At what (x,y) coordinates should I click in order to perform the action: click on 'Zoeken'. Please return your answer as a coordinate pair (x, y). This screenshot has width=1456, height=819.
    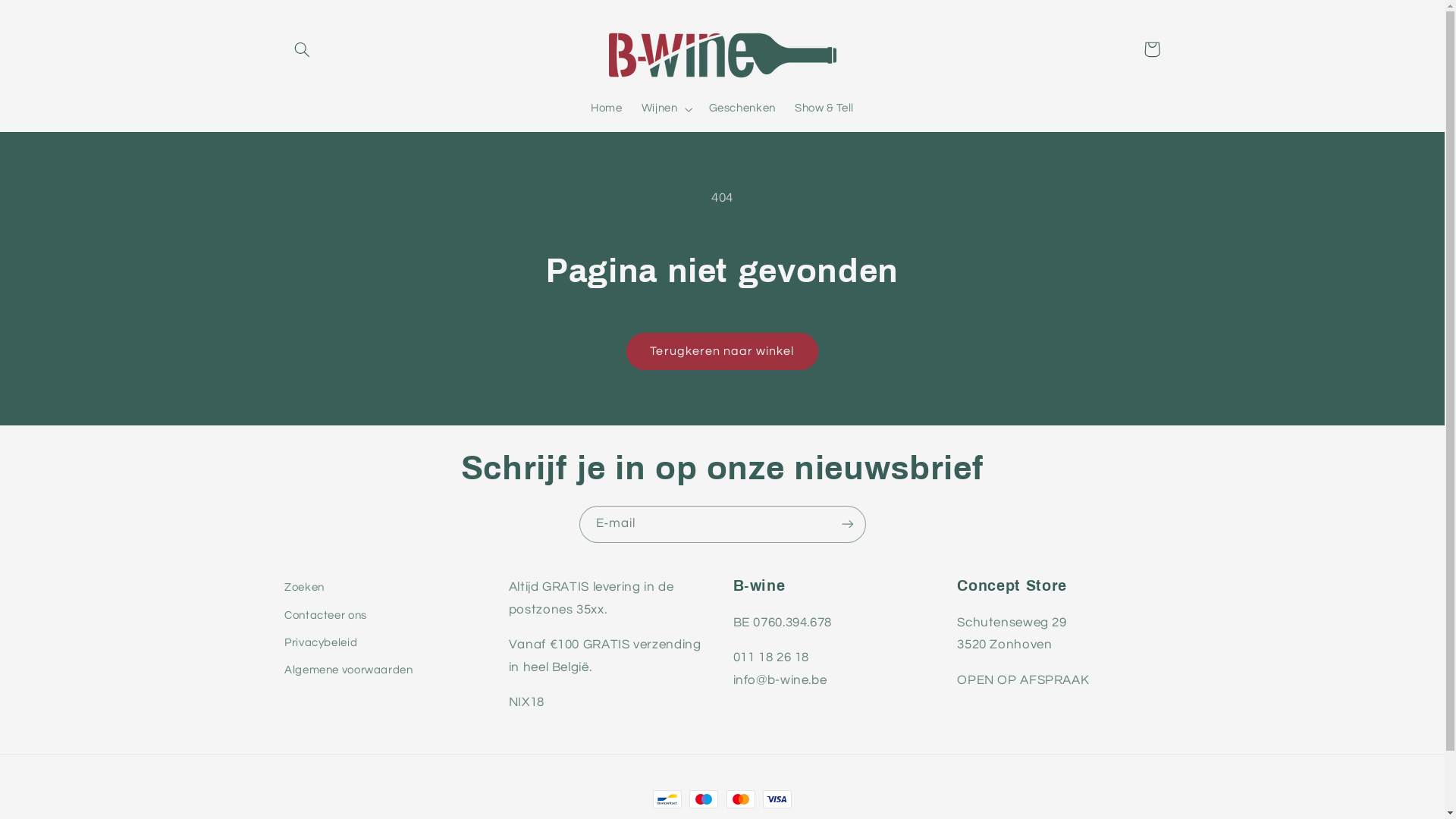
    Looking at the image, I should click on (303, 588).